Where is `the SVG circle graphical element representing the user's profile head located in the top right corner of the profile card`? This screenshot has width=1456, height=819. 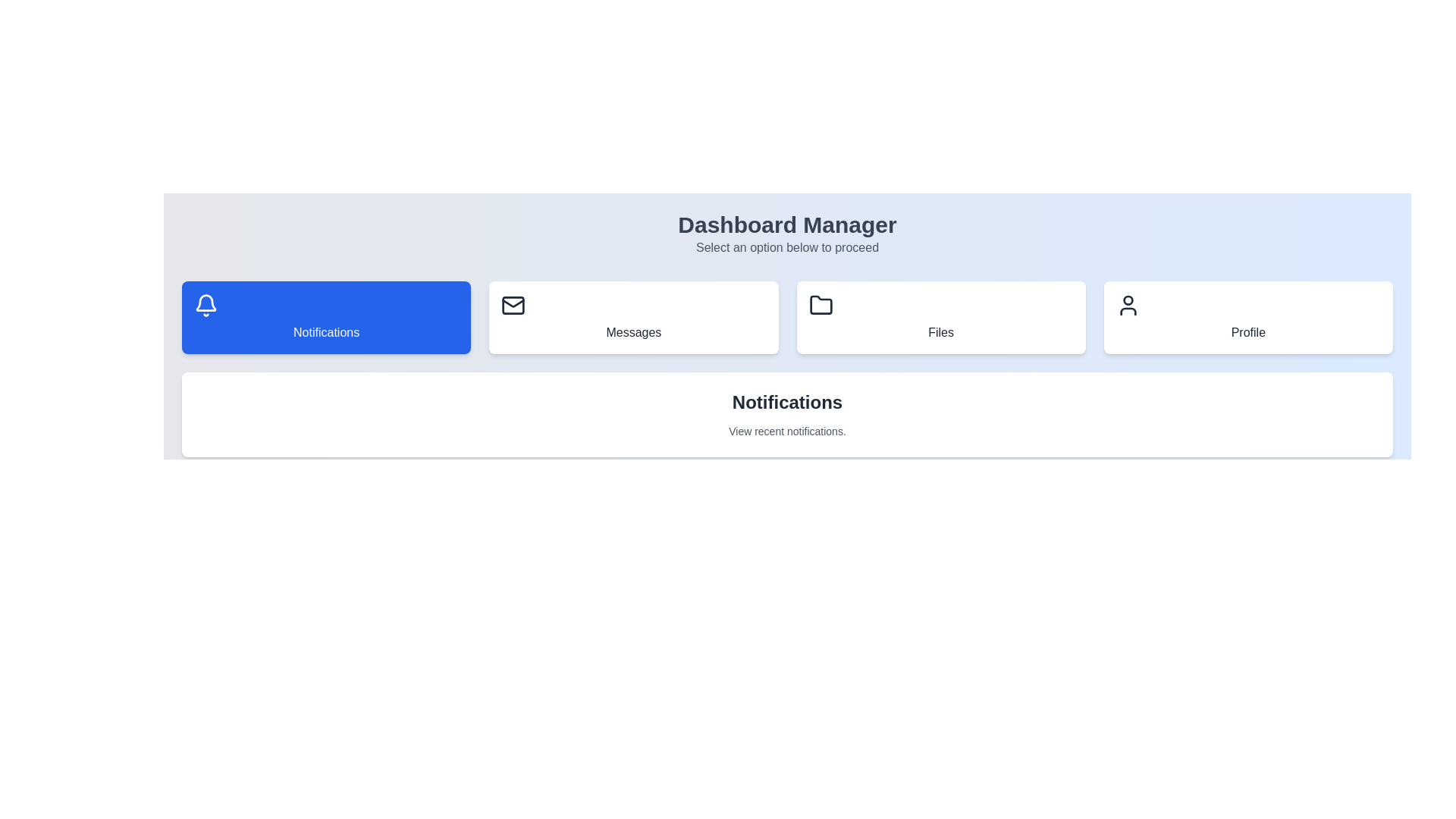 the SVG circle graphical element representing the user's profile head located in the top right corner of the profile card is located at coordinates (1128, 300).